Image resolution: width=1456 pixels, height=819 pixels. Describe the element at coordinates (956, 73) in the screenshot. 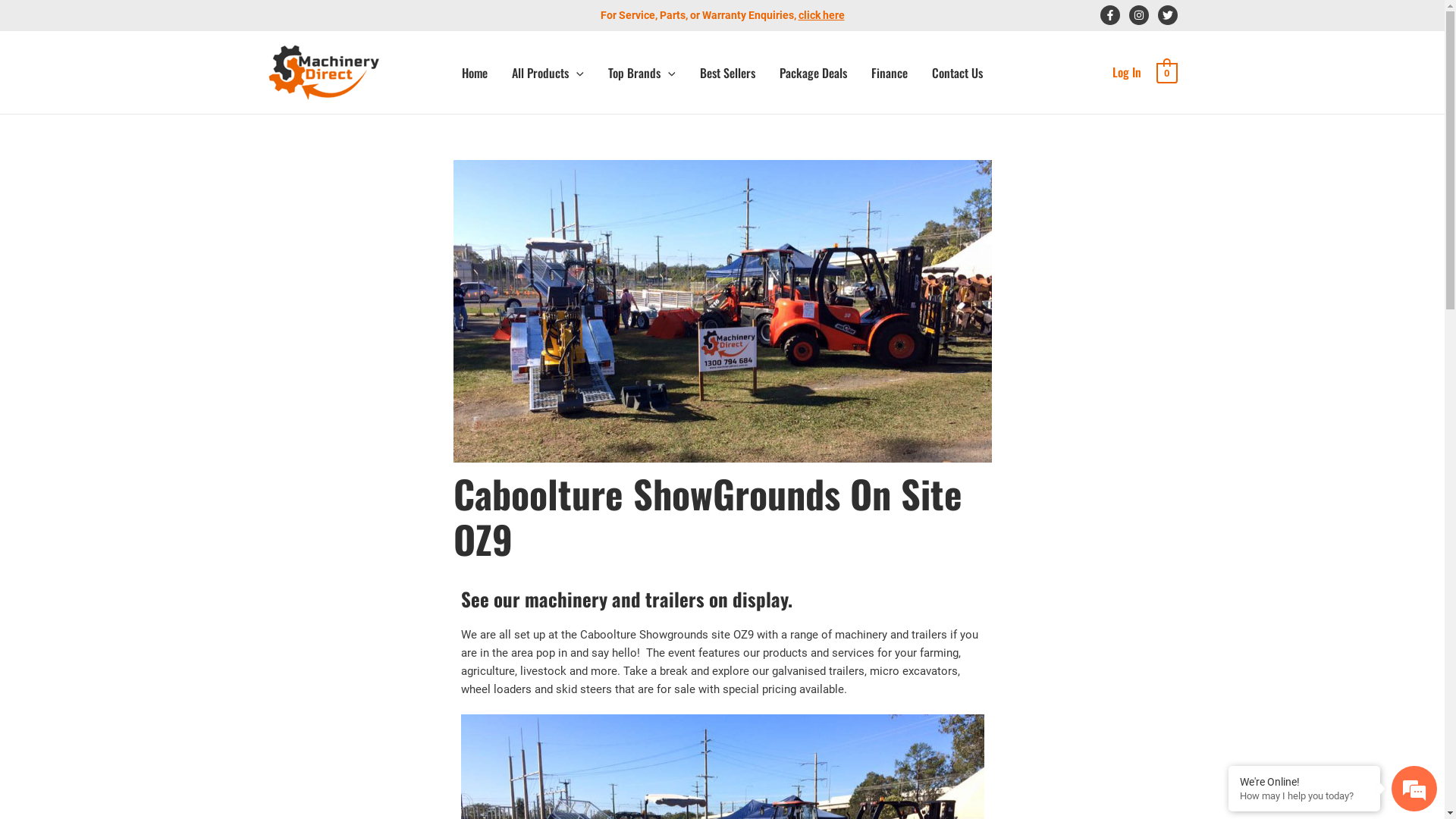

I see `'Contact Us'` at that location.